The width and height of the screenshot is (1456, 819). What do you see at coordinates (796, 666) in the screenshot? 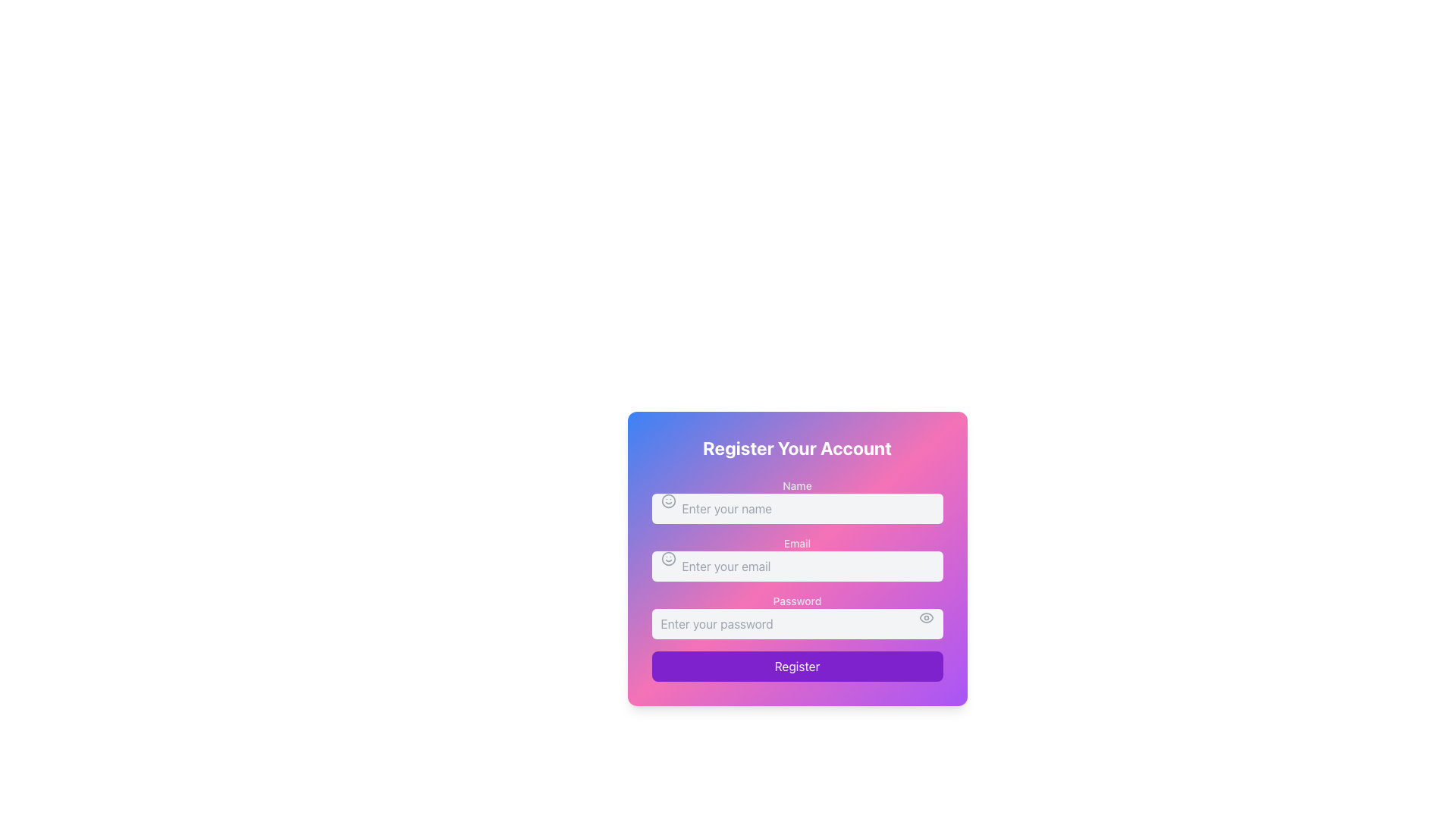
I see `the 'Register' button located at the bottom of the form with a purple background and white text` at bounding box center [796, 666].